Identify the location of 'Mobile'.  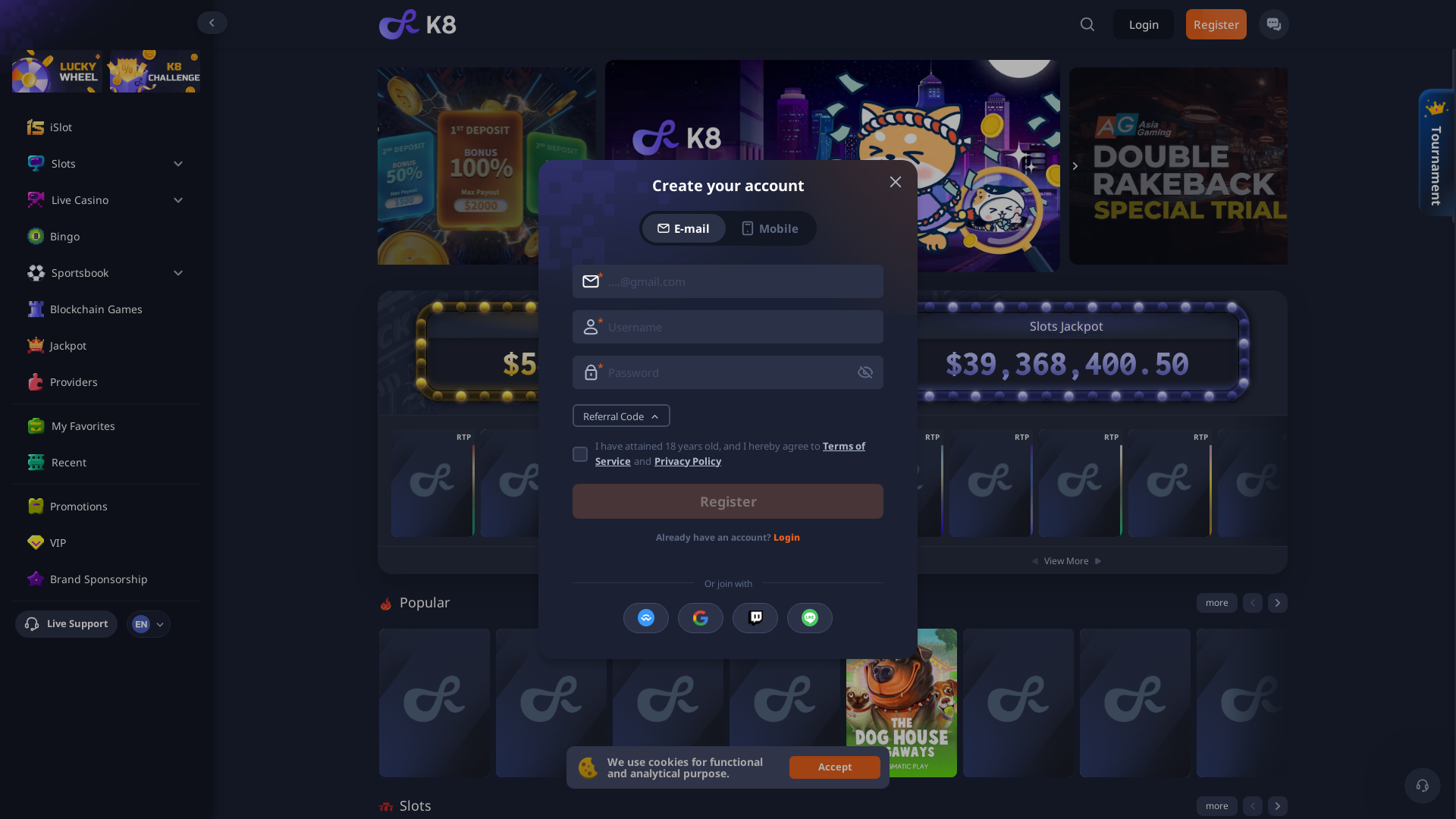
(769, 227).